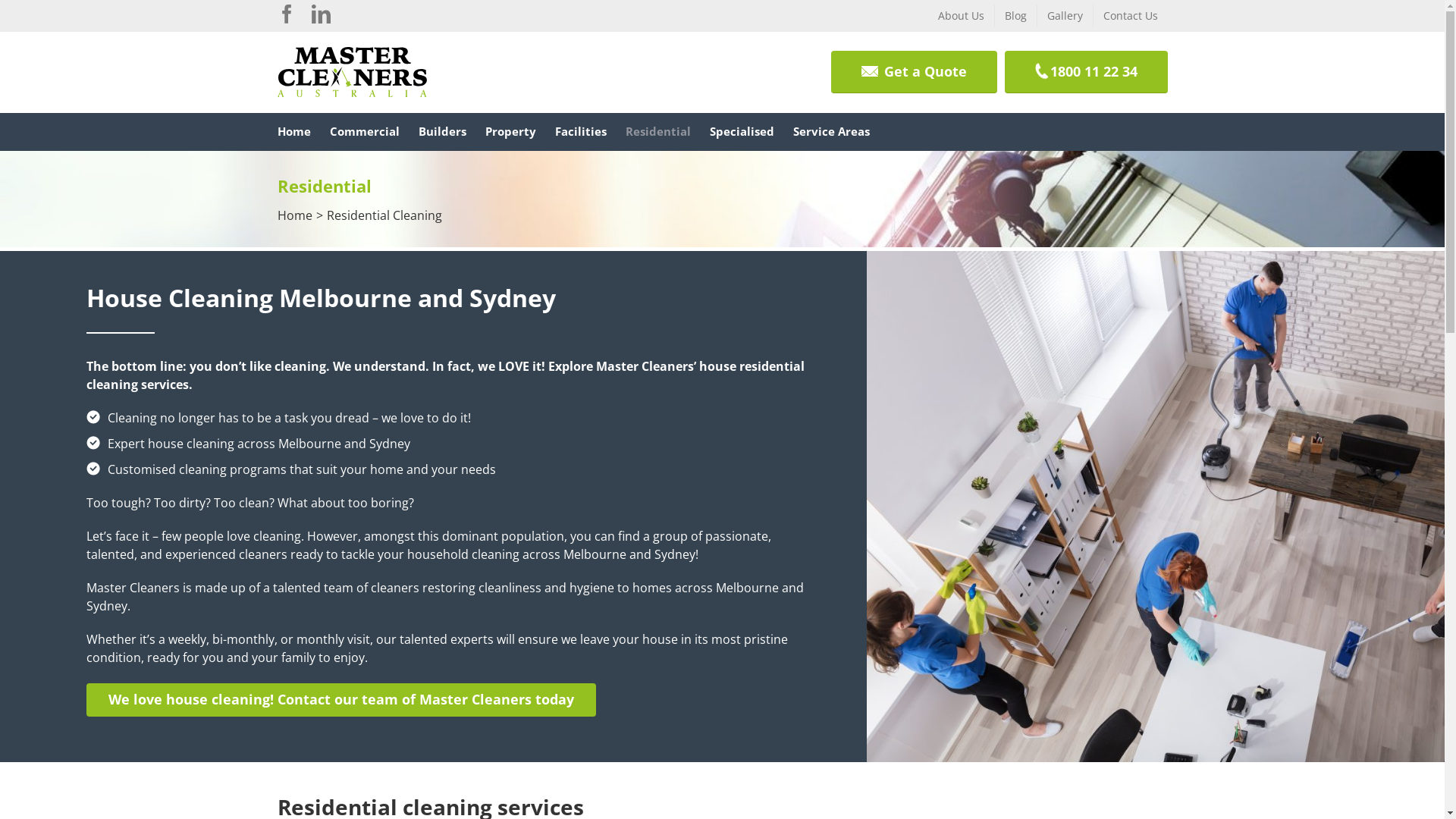 The image size is (1456, 819). I want to click on 'Residential', so click(657, 130).